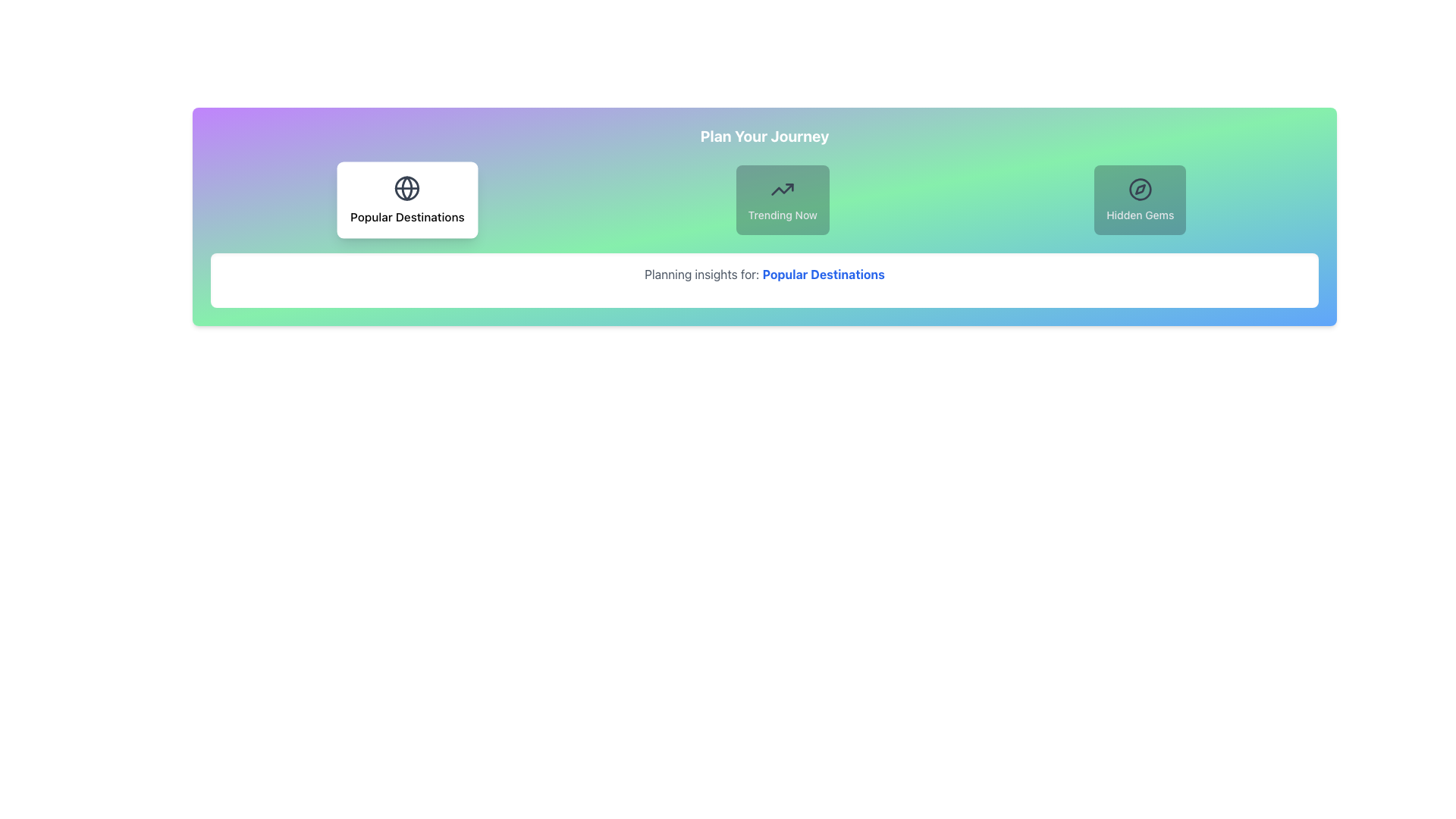 The height and width of the screenshot is (819, 1456). I want to click on the 'Popular Destinations' text label located within the white rounded card, which is positioned below a globe icon in the central top section of the interface, so click(407, 216).